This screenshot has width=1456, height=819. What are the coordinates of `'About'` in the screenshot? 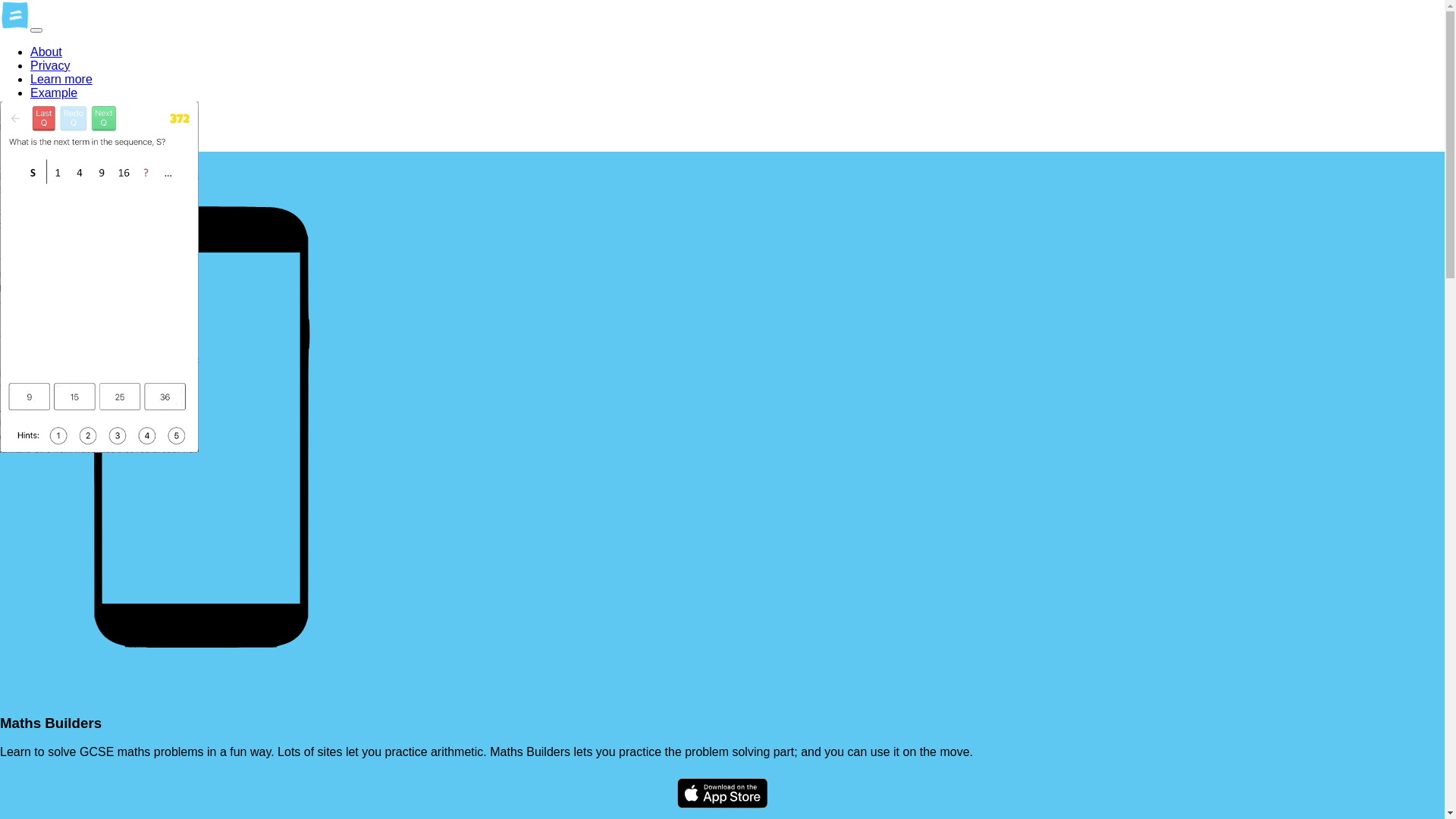 It's located at (30, 51).